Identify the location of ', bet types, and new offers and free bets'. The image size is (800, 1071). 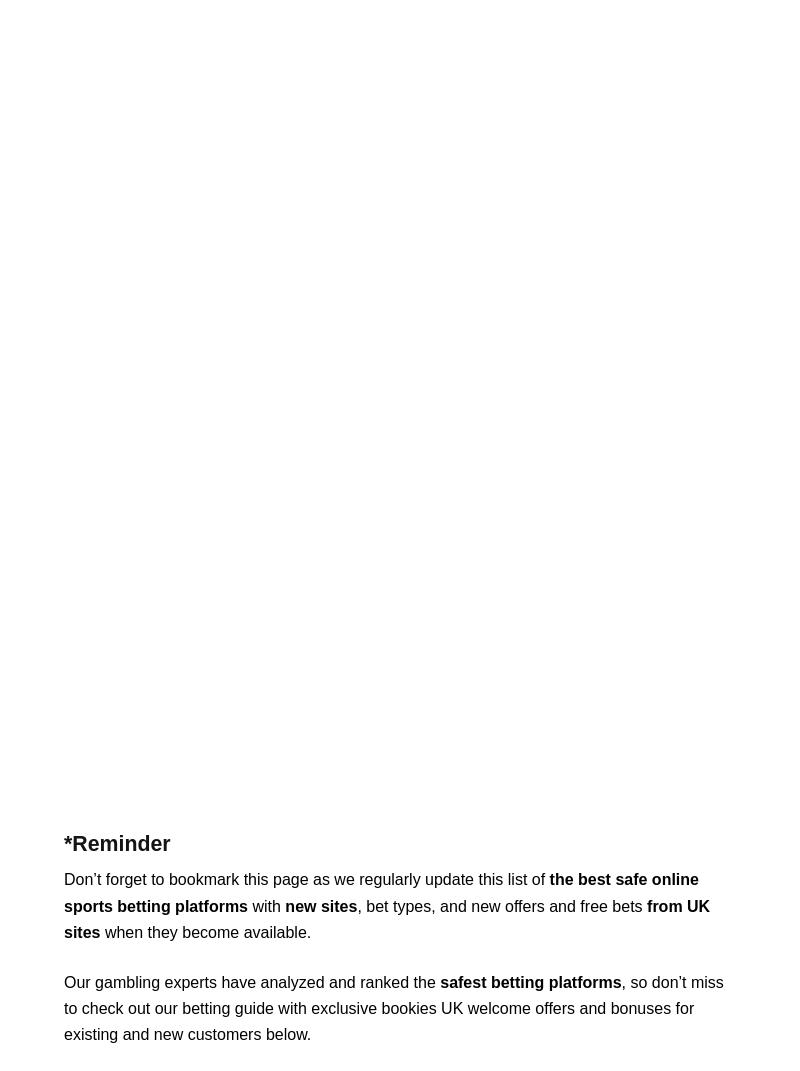
(499, 905).